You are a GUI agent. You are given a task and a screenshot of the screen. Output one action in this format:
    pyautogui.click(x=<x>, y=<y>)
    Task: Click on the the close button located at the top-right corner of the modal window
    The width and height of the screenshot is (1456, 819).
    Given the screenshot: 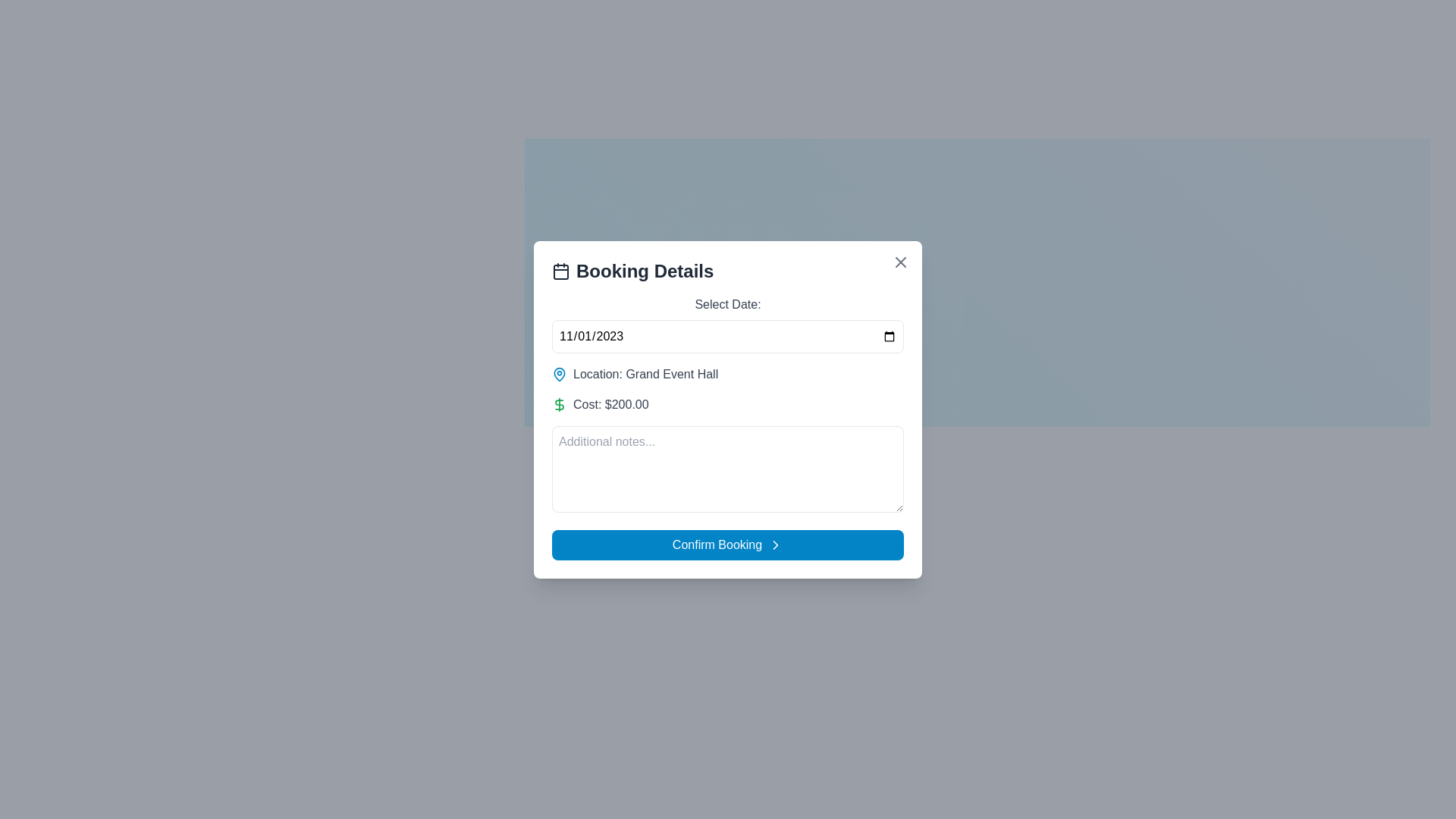 What is the action you would take?
    pyautogui.click(x=901, y=261)
    